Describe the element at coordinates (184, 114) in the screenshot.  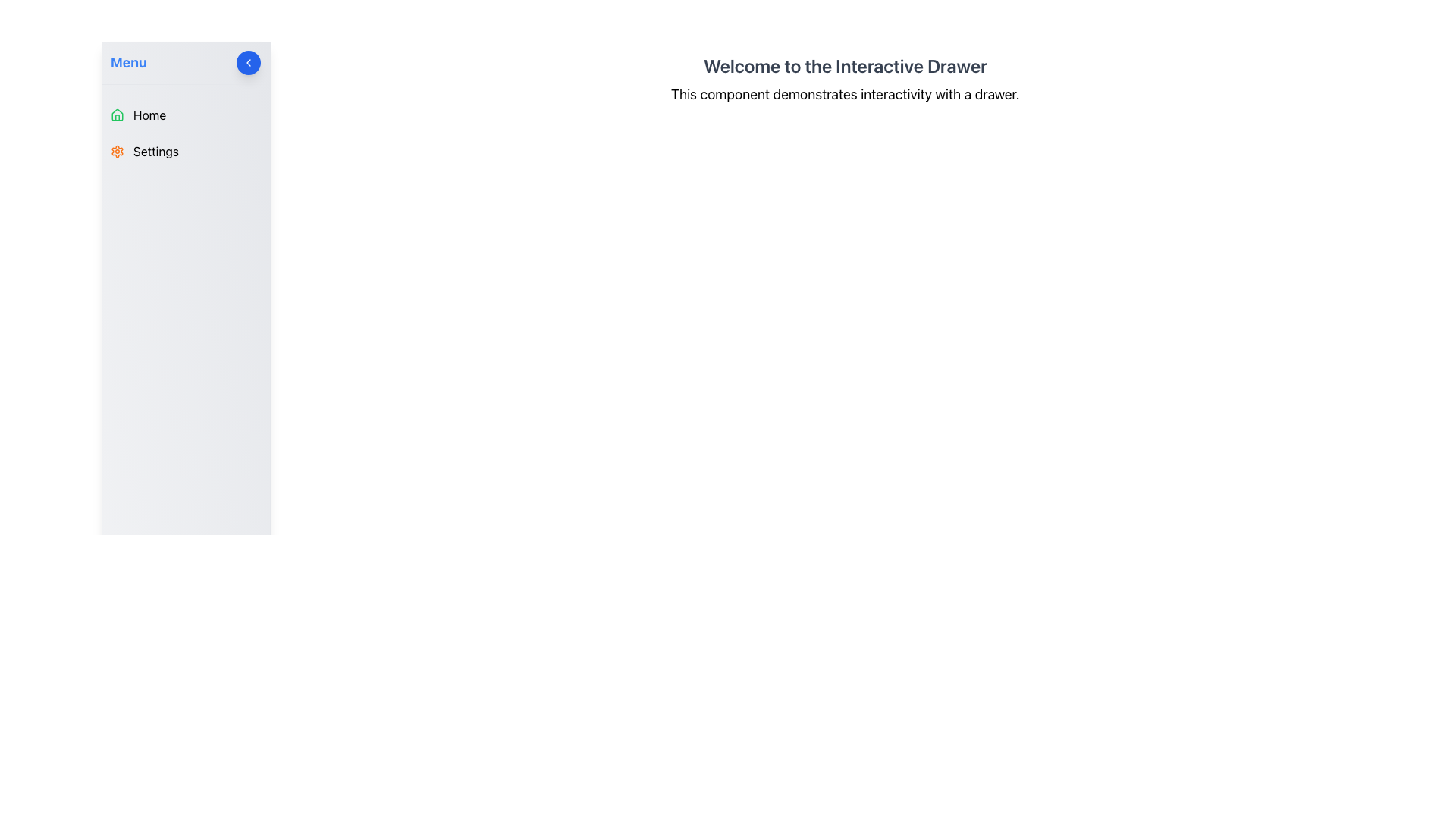
I see `the 'Home' navigation item in the vertical menu on the left side of the interface` at that location.